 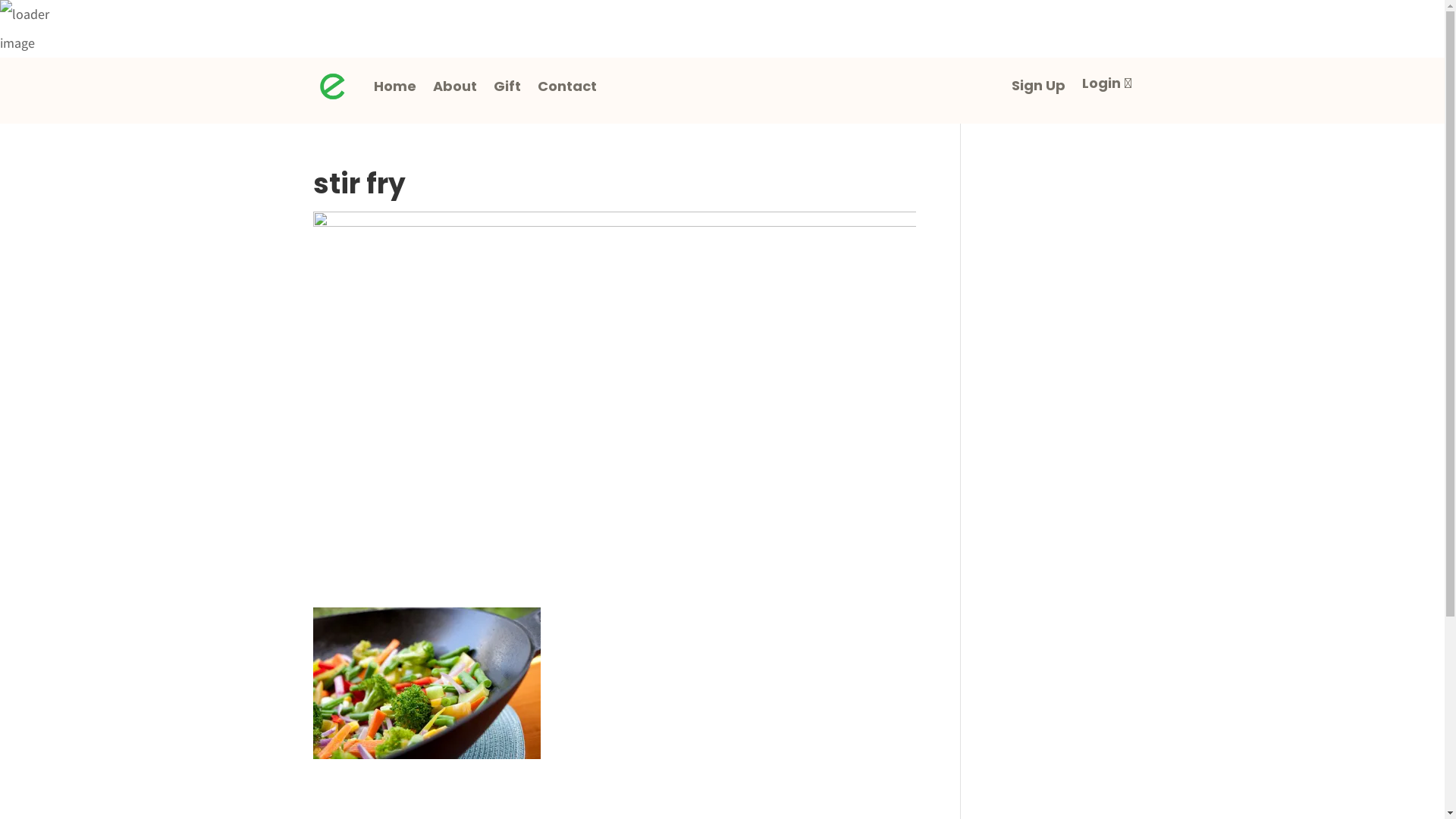 What do you see at coordinates (566, 86) in the screenshot?
I see `'Contact'` at bounding box center [566, 86].